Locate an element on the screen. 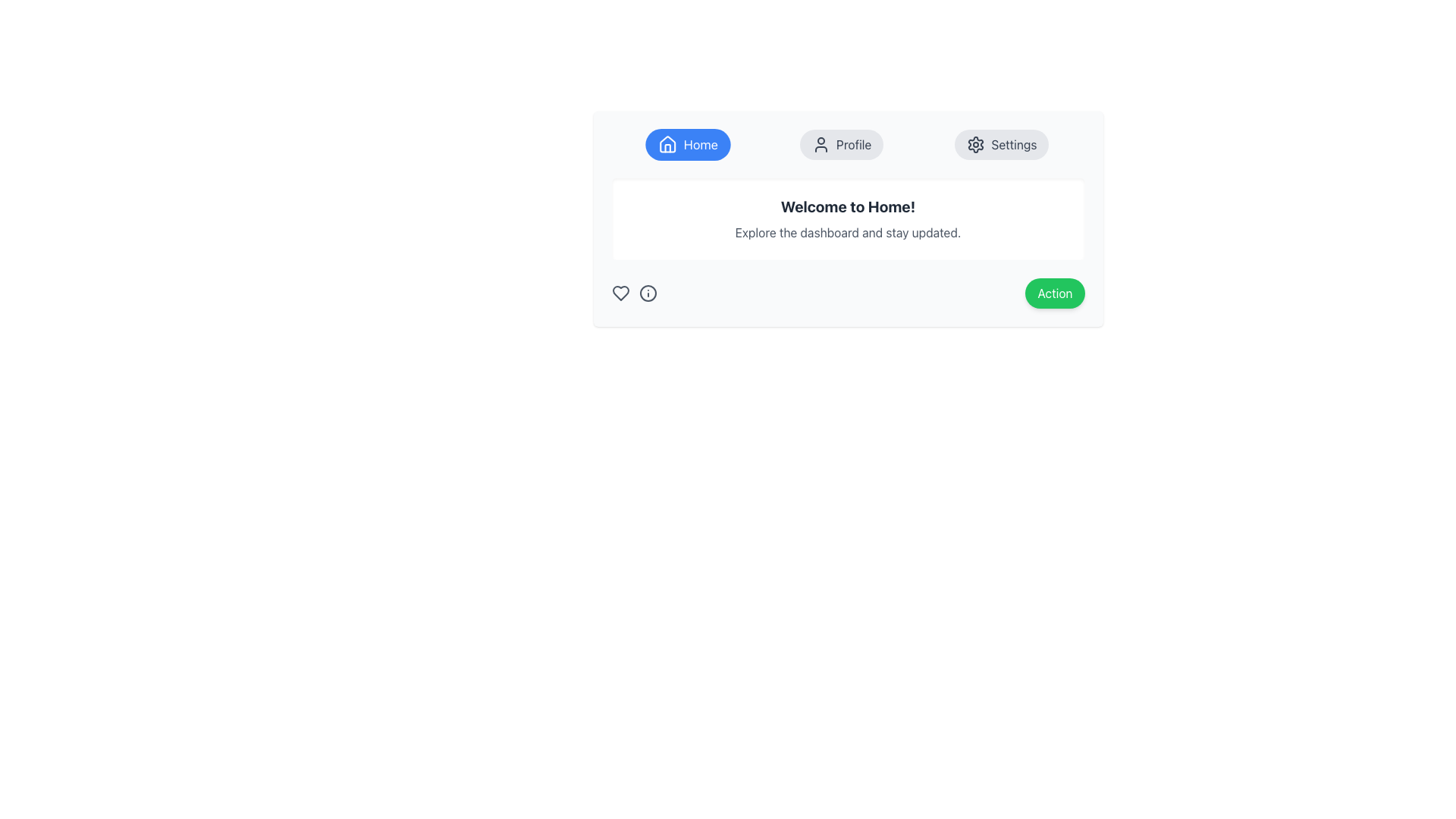  the 'Home' text label, which is styled in white against a blue background and located in the leftmost button of the main navigation bar is located at coordinates (700, 145).